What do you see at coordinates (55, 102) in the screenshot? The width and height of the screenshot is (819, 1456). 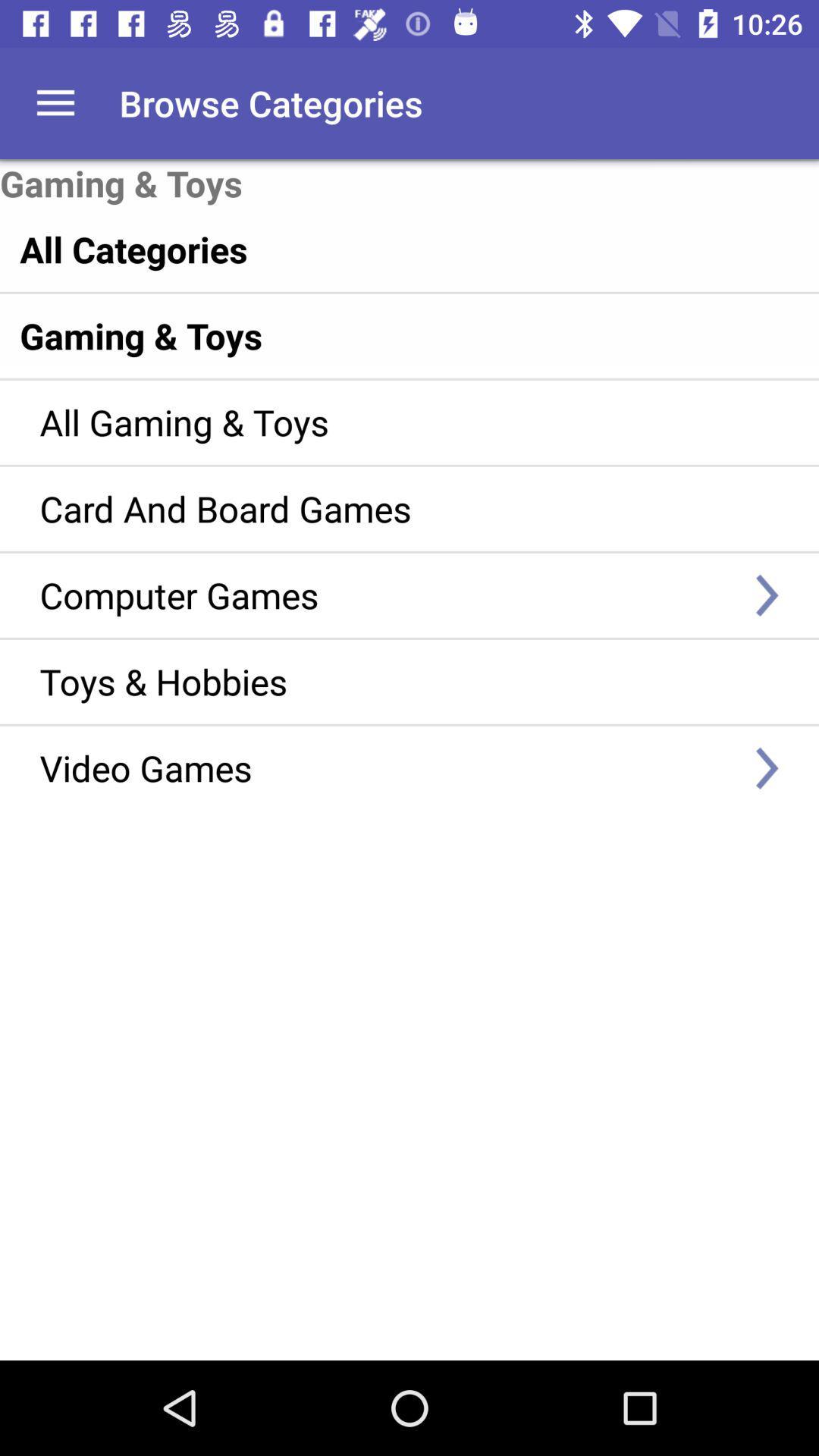 I see `the item above the gaming & toys` at bounding box center [55, 102].